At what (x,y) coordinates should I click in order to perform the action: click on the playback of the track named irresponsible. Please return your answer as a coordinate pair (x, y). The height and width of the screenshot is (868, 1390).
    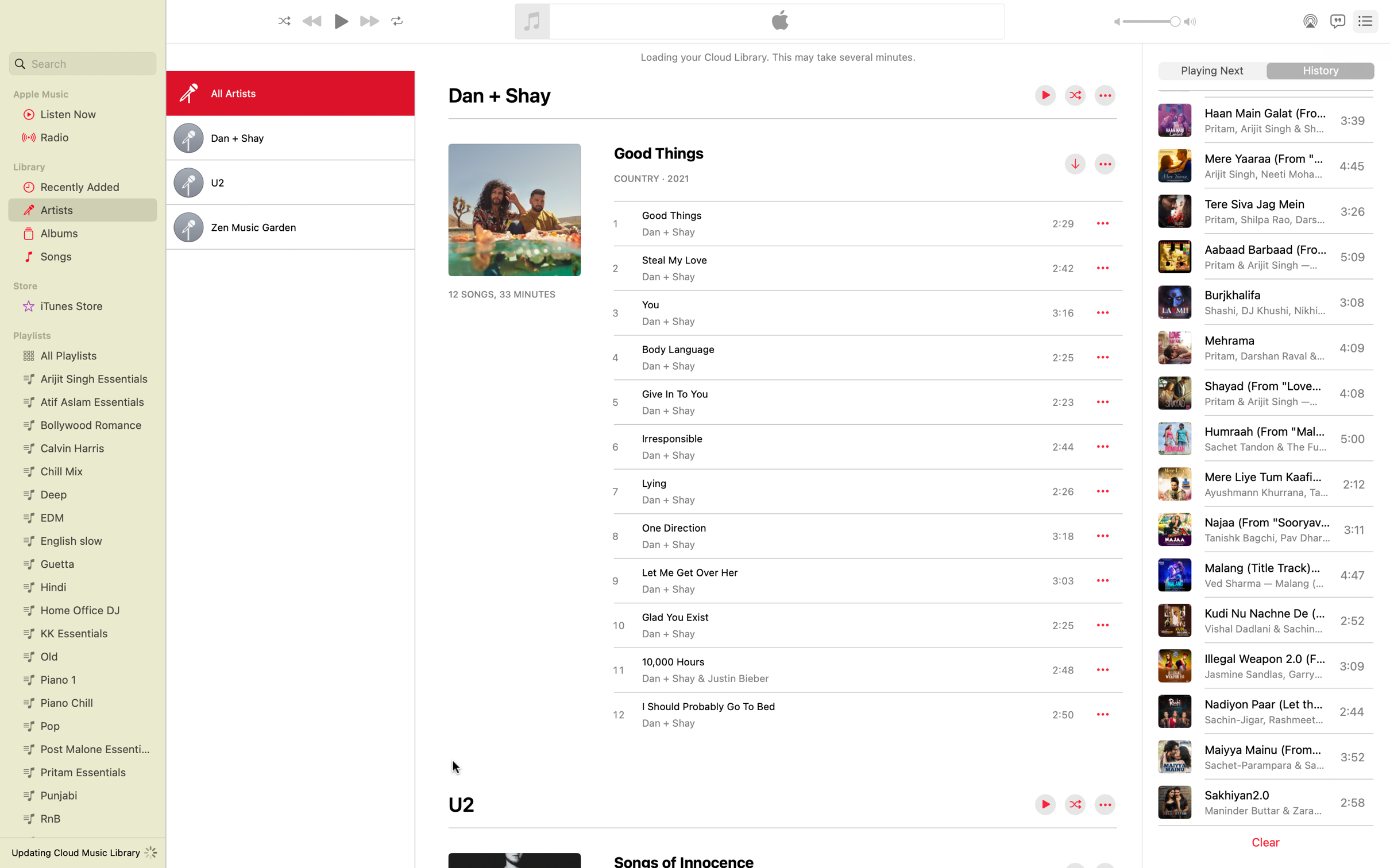
    Looking at the image, I should click on (841, 446).